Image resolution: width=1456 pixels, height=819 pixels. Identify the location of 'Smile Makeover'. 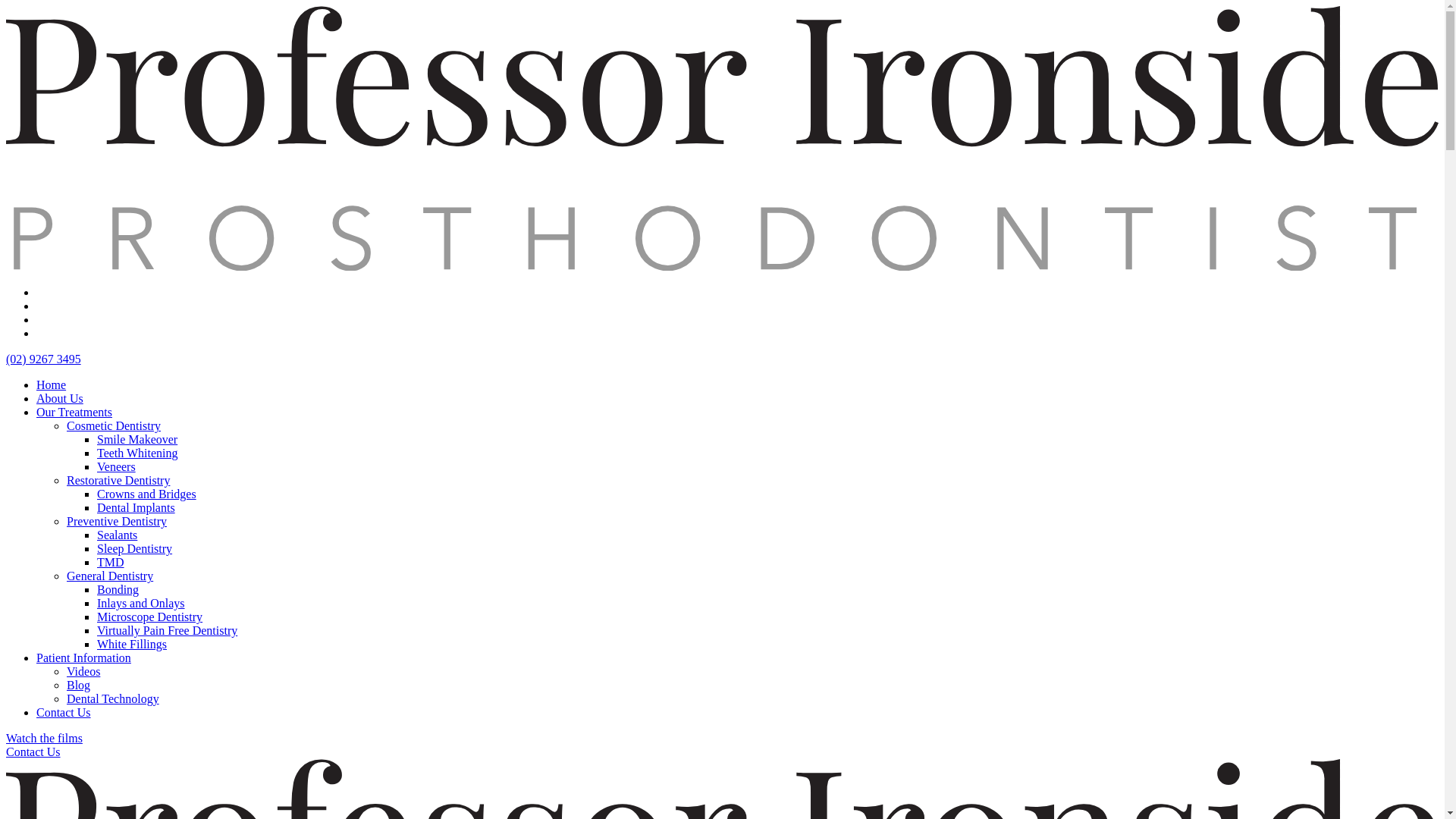
(137, 439).